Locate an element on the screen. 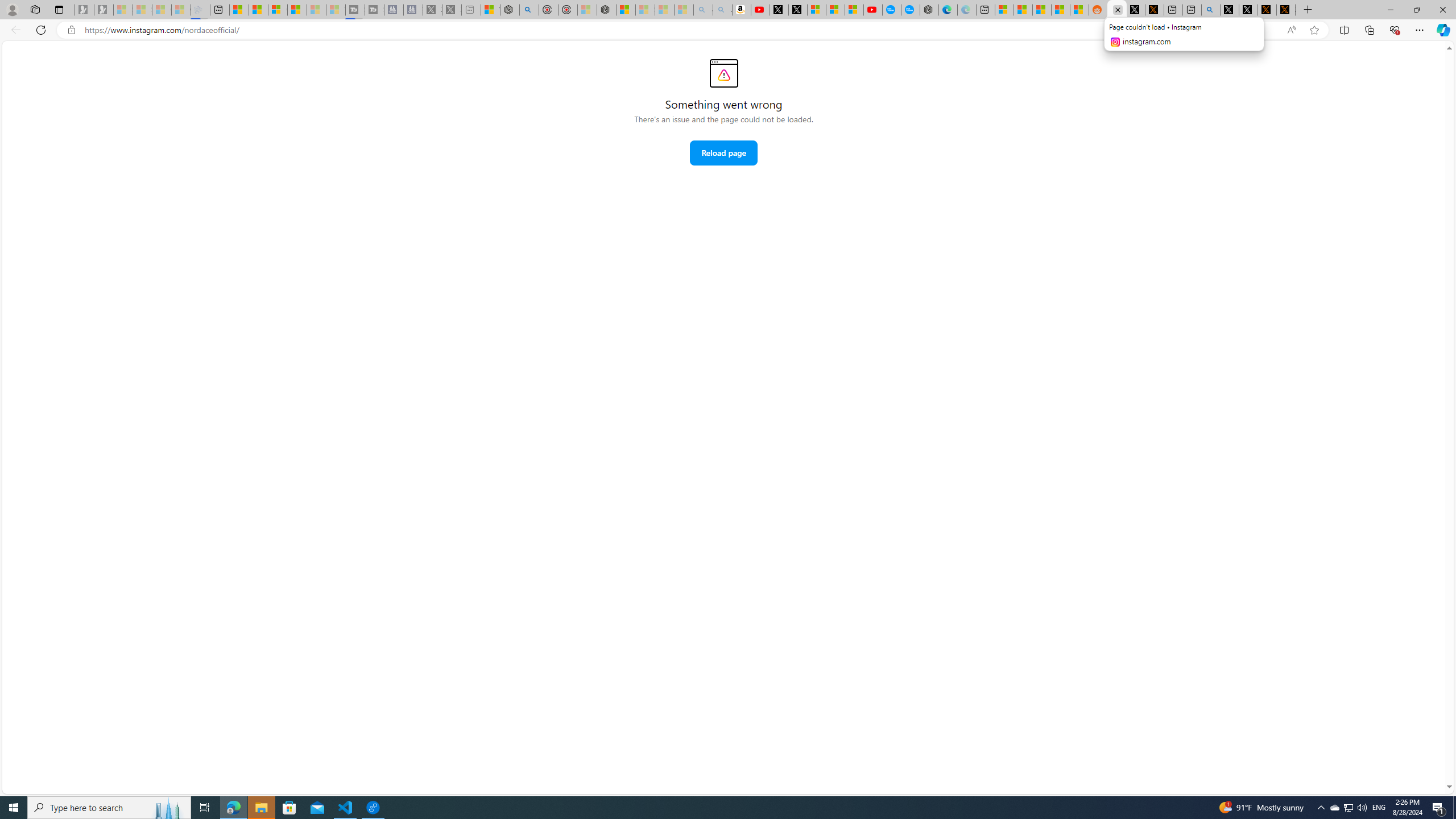  'Shanghai, China Weather trends | Microsoft Weather' is located at coordinates (1079, 9).